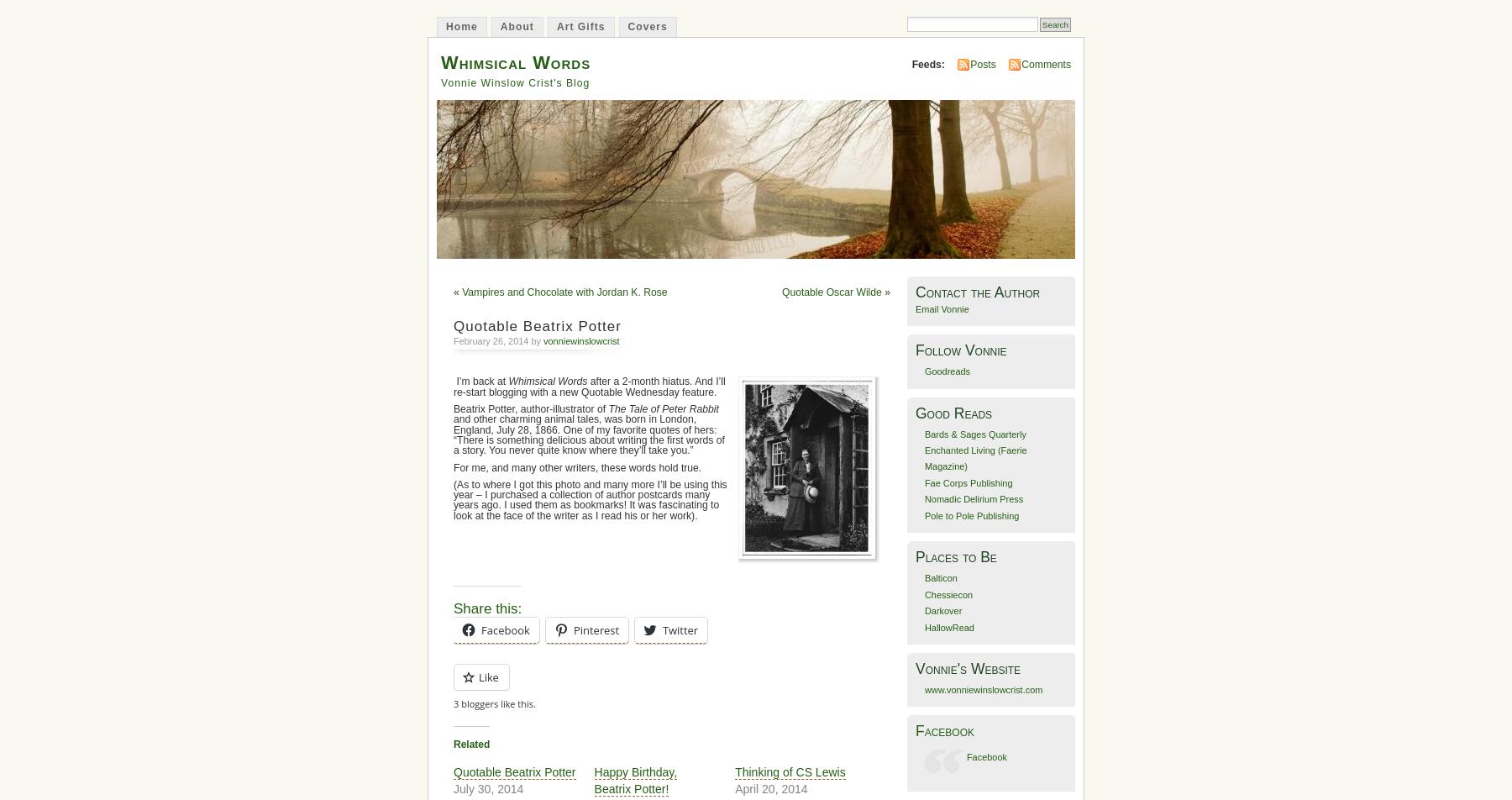 The width and height of the screenshot is (1512, 800). What do you see at coordinates (927, 63) in the screenshot?
I see `'Feeds:'` at bounding box center [927, 63].